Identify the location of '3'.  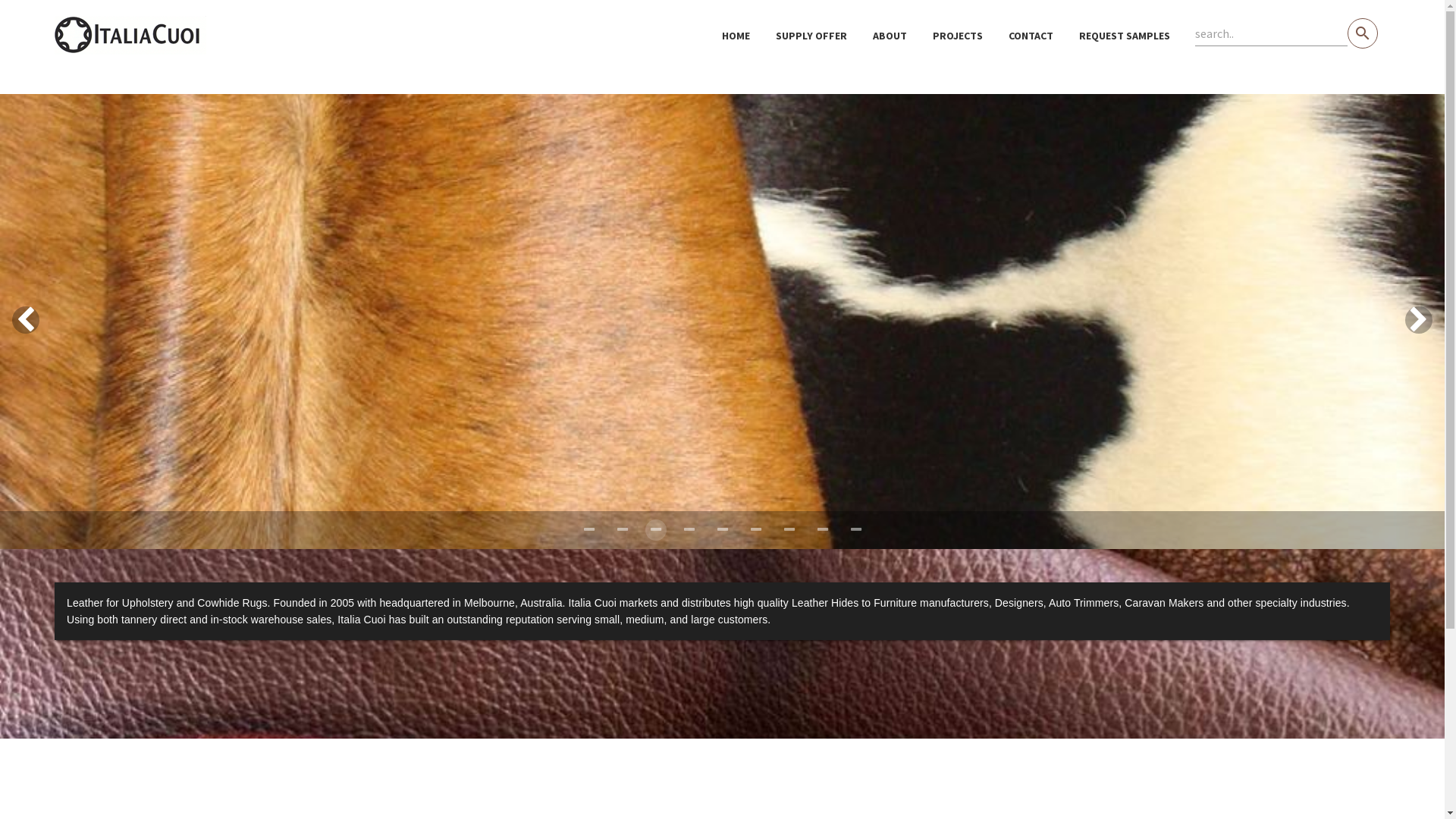
(687, 529).